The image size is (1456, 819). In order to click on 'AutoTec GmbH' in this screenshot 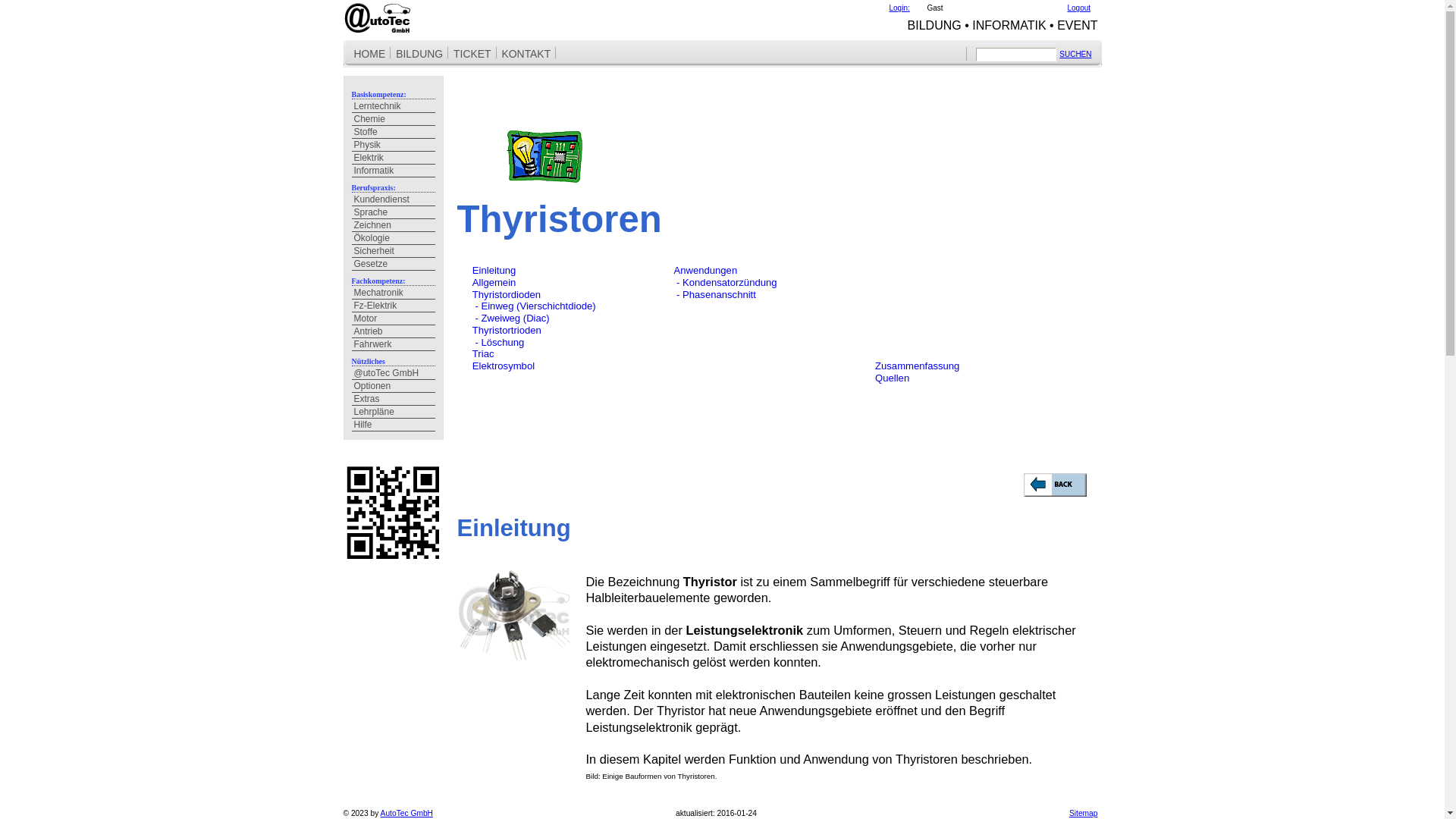, I will do `click(406, 812)`.